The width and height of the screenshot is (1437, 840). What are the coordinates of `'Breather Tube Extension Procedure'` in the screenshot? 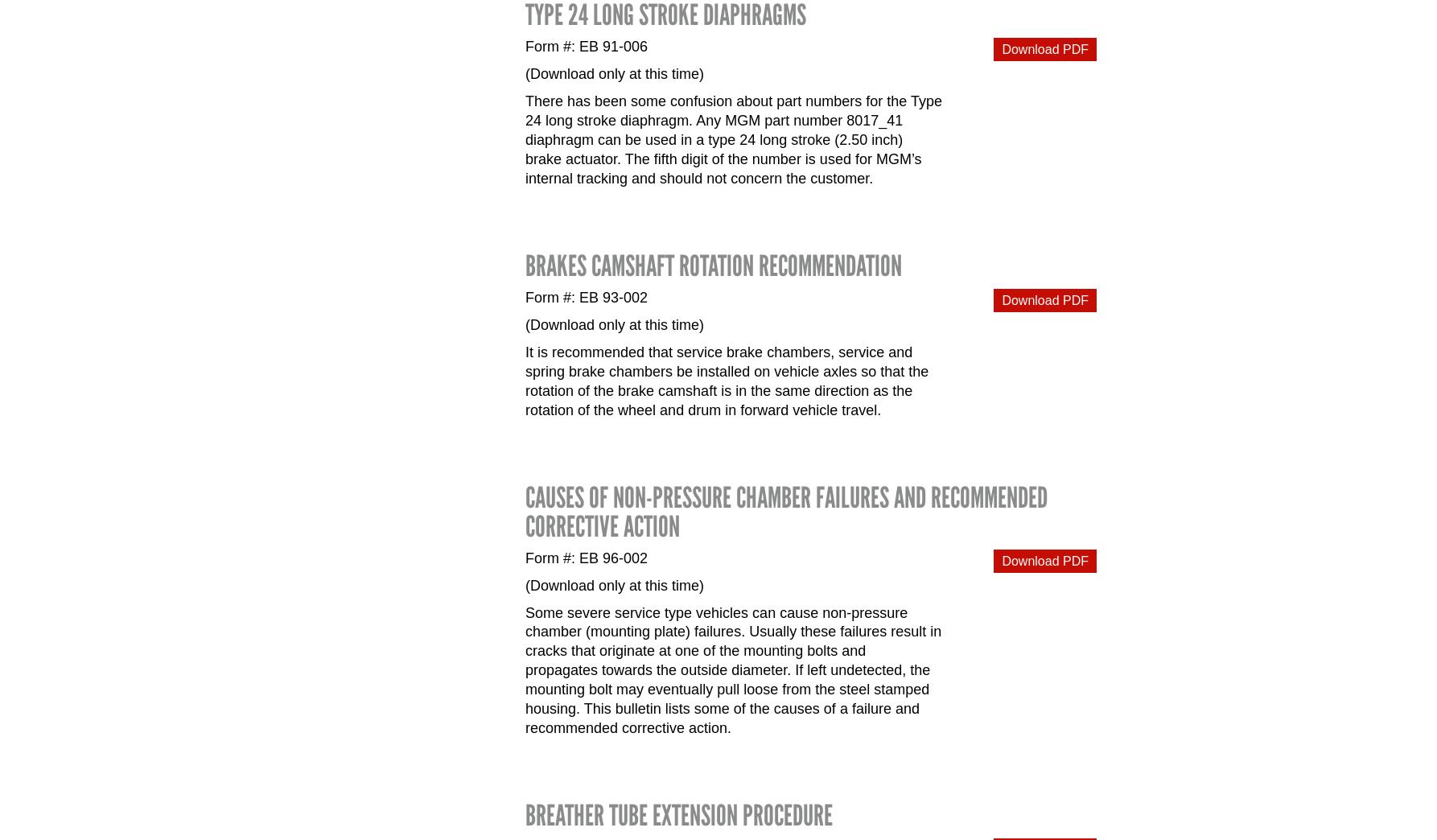 It's located at (678, 815).